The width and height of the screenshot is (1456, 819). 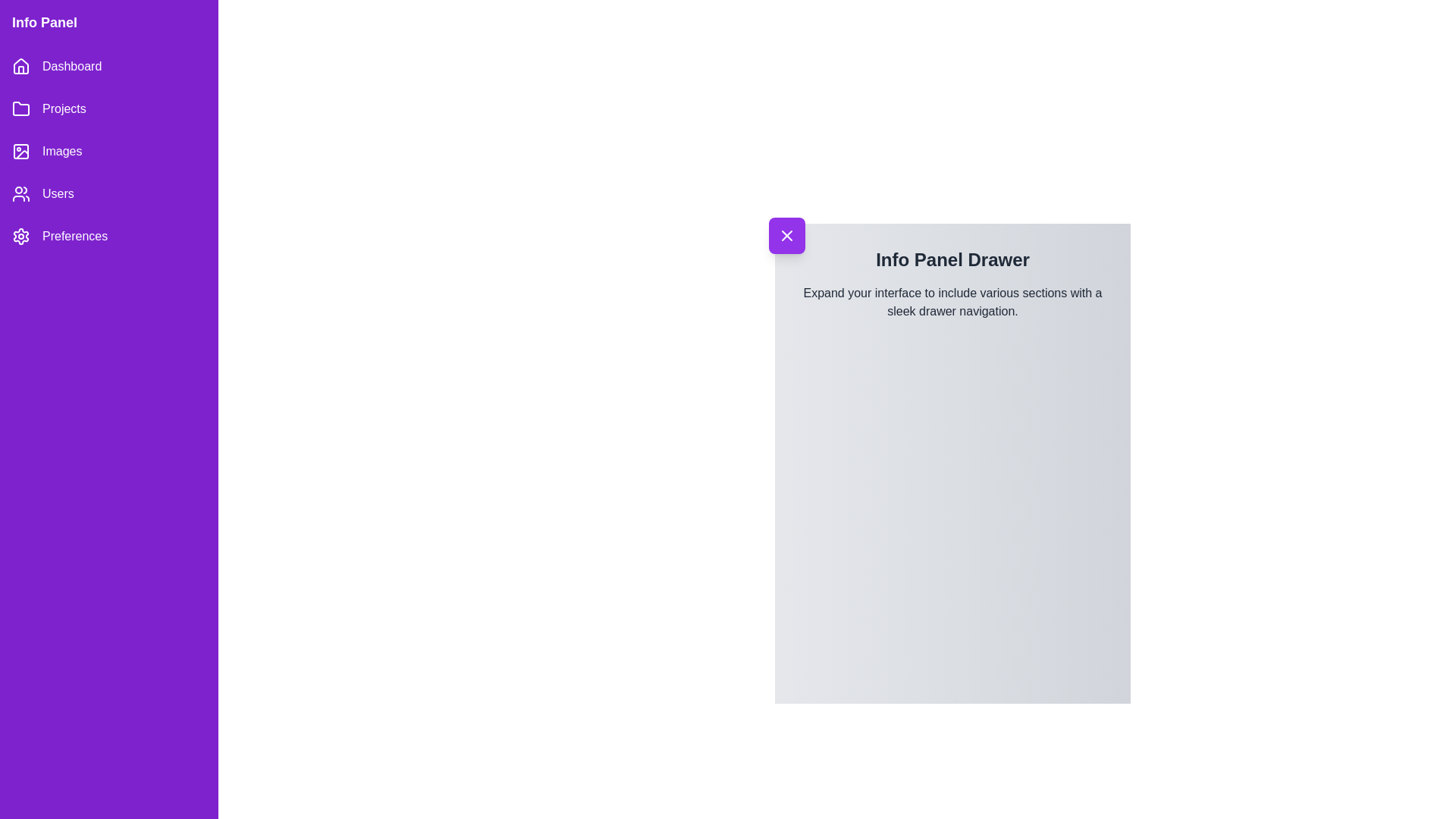 What do you see at coordinates (786, 236) in the screenshot?
I see `toggle button to open or close the drawer` at bounding box center [786, 236].